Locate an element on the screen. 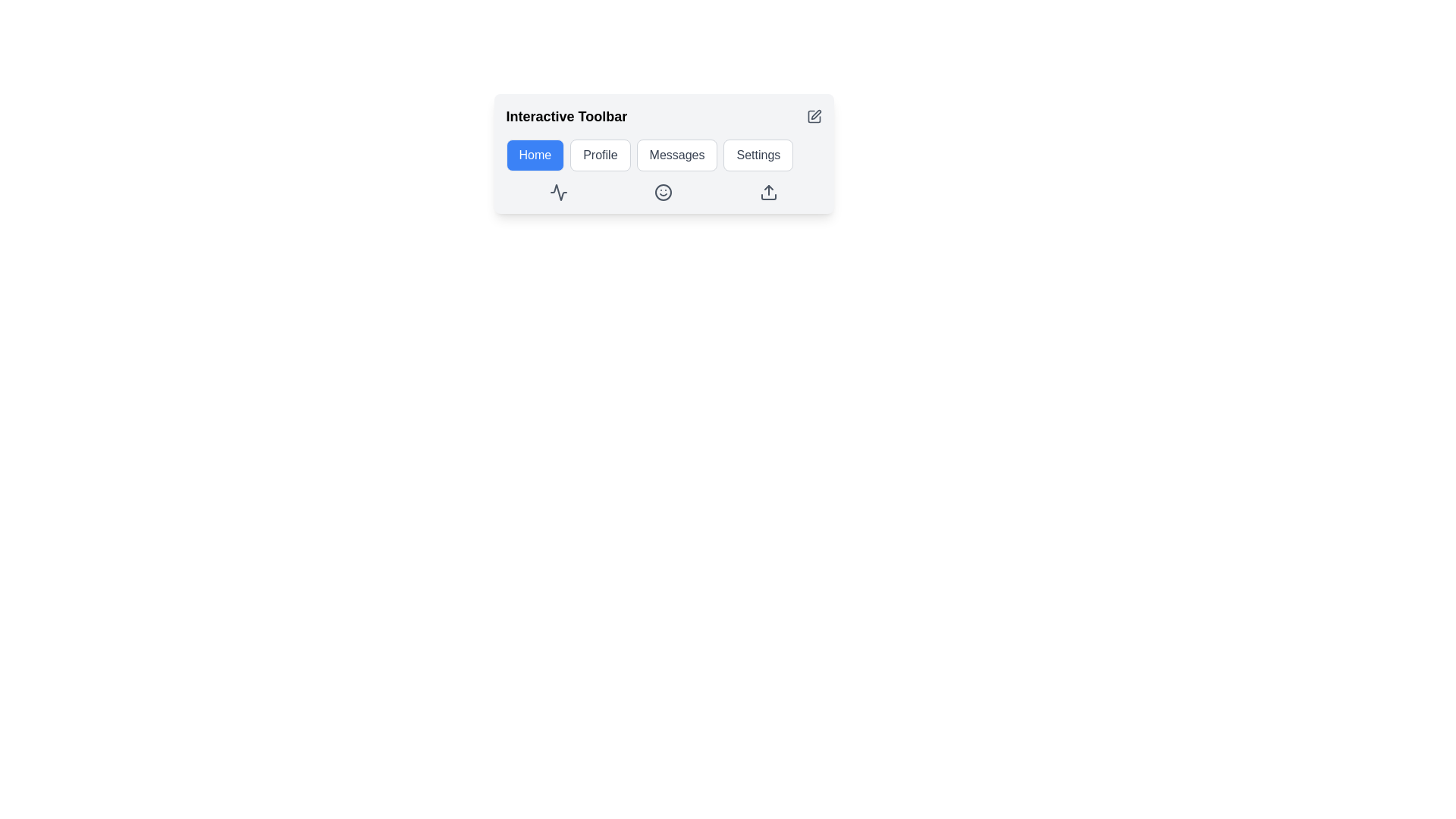 The height and width of the screenshot is (819, 1456). the title header label located at the top-left corner of the toolbar, which summarizes the section below it is located at coordinates (566, 116).